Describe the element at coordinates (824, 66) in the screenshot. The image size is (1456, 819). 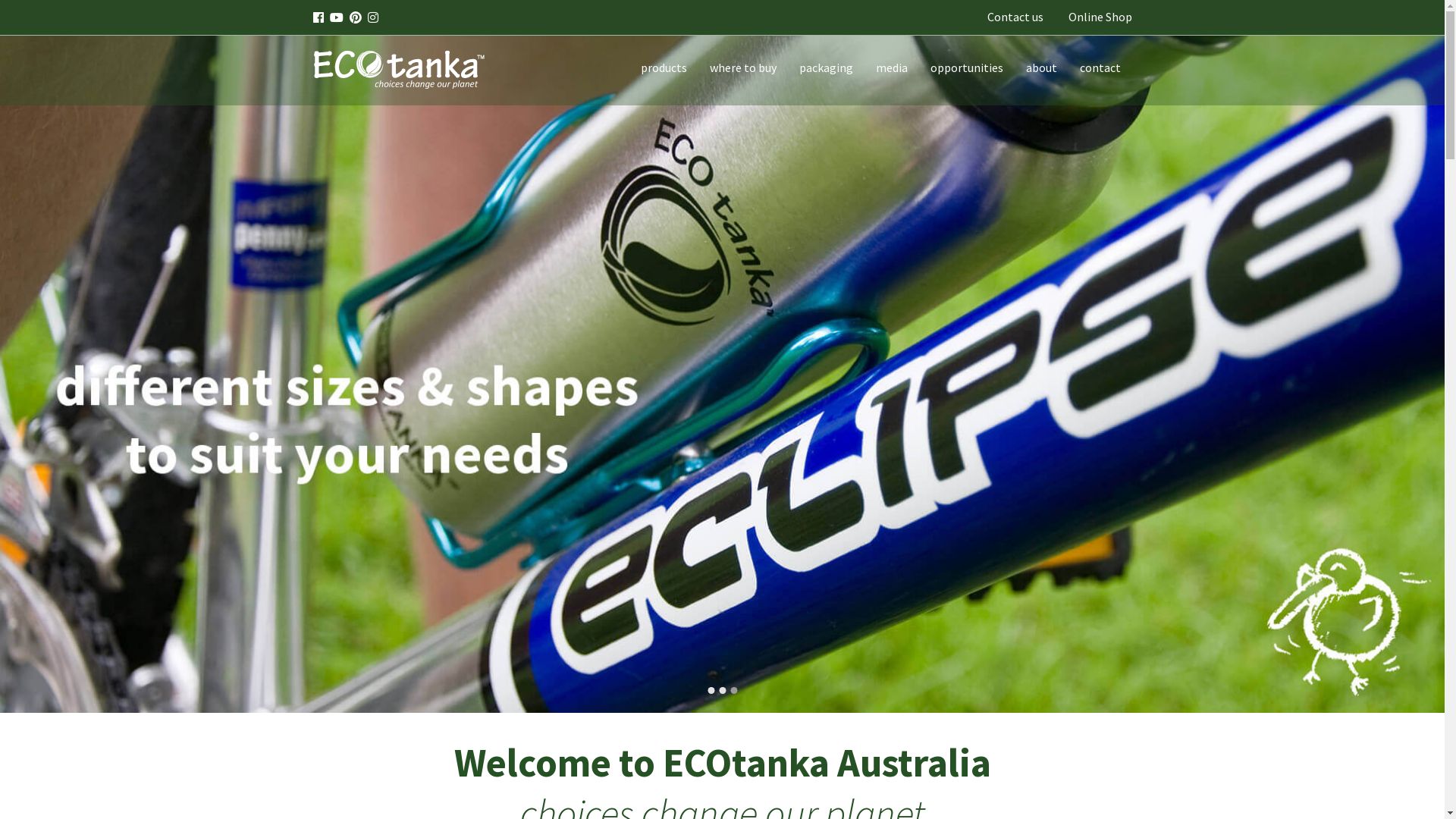
I see `'packaging'` at that location.